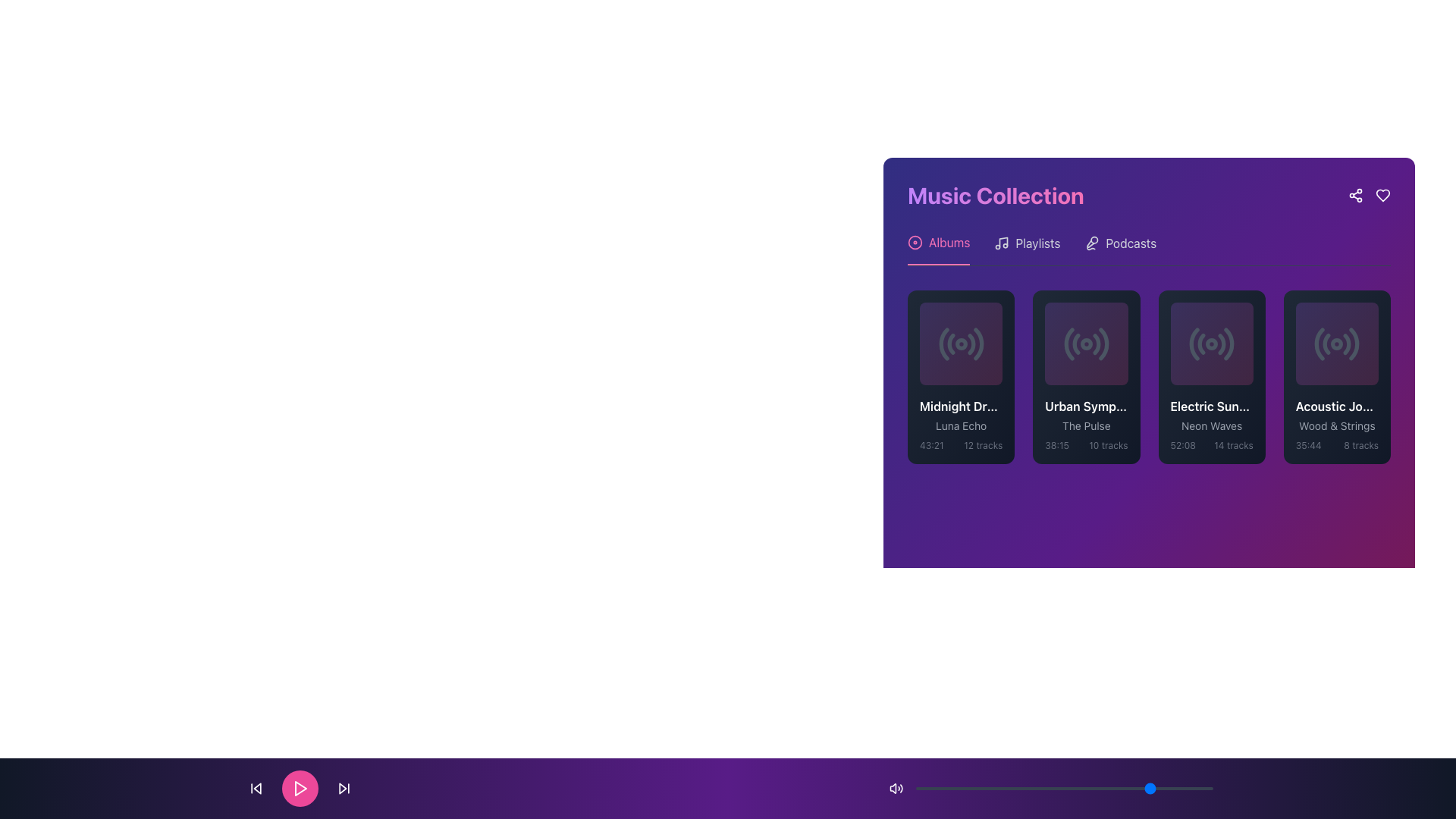 Image resolution: width=1456 pixels, height=819 pixels. What do you see at coordinates (1361, 445) in the screenshot?
I see `the text label displaying the number of tracks associated with the 'Acoustic Journeys' music collection, located at the bottom-right corner of the music card` at bounding box center [1361, 445].